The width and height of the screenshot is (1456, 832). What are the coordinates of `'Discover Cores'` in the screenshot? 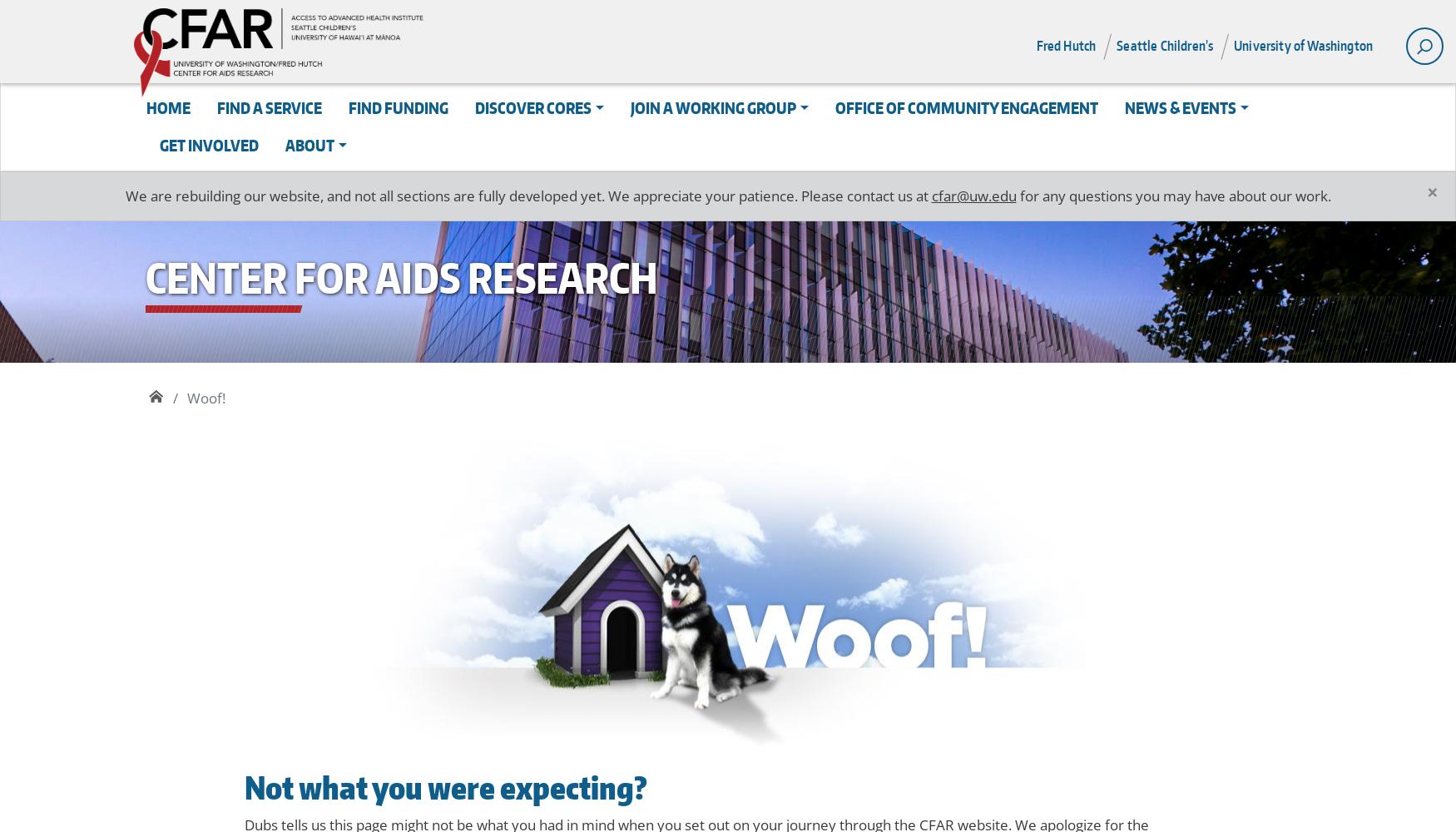 It's located at (532, 107).